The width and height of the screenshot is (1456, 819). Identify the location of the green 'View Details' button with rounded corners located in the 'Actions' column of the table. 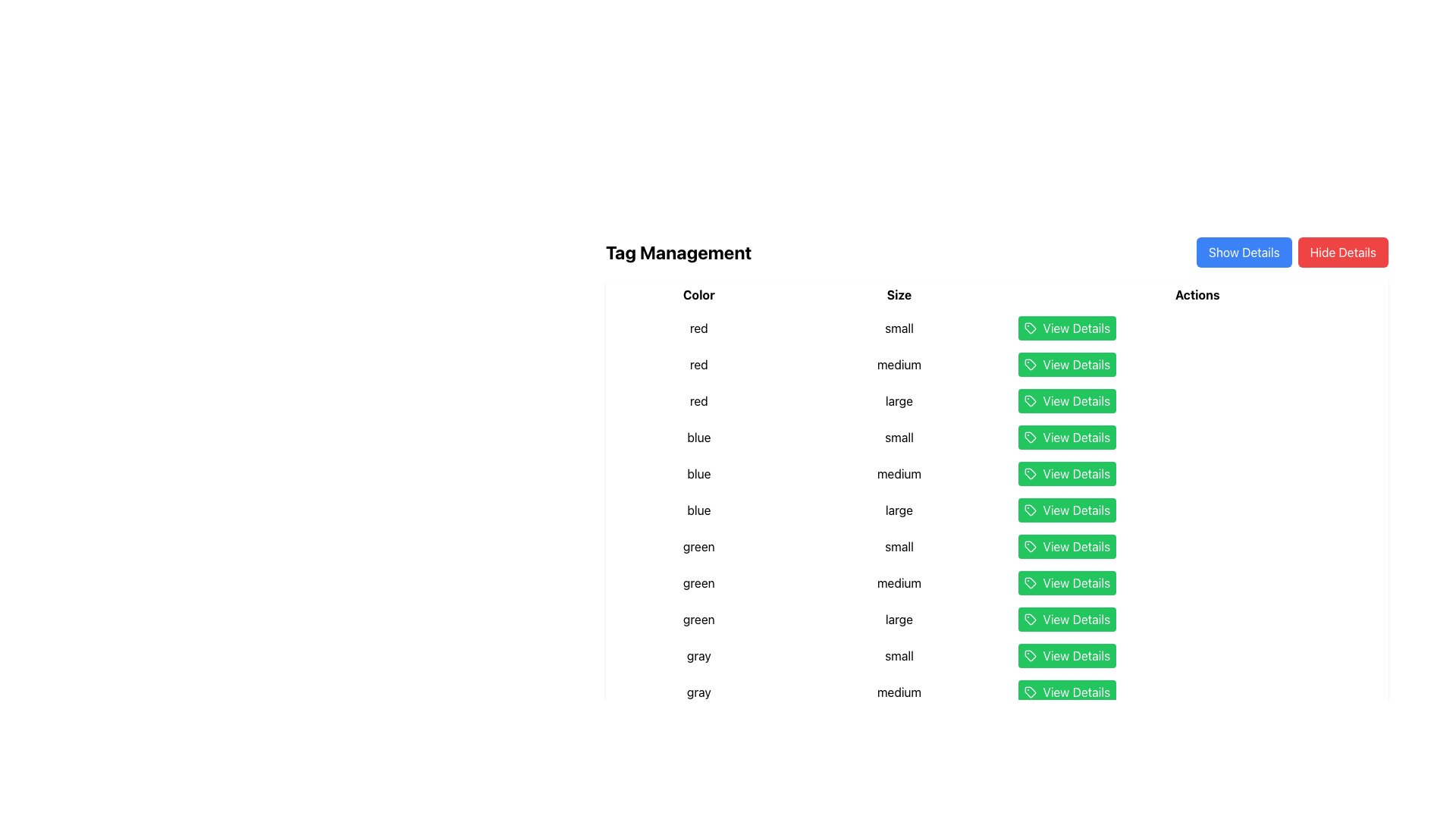
(1066, 510).